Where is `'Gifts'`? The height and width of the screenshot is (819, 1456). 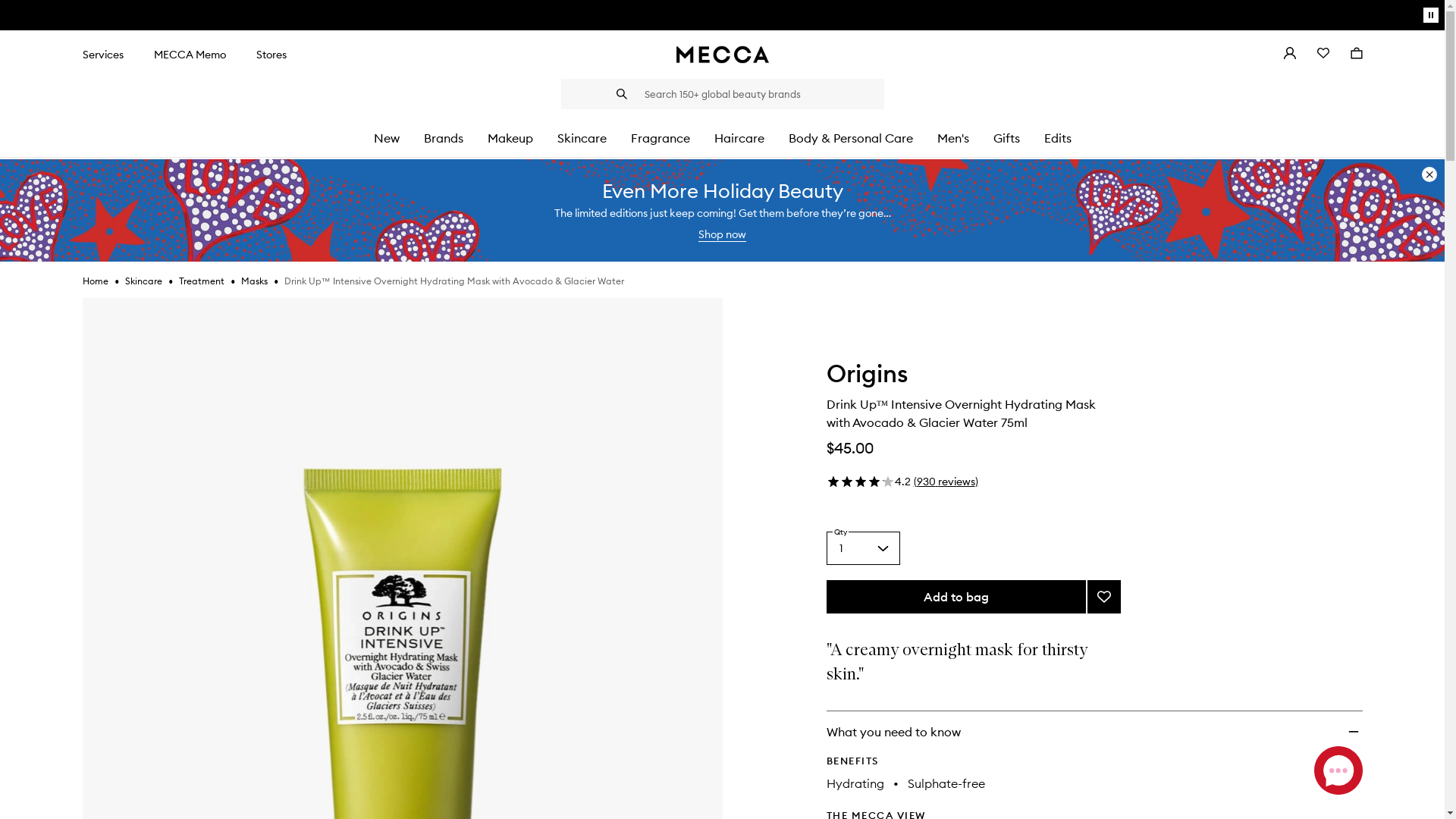
'Gifts' is located at coordinates (1006, 138).